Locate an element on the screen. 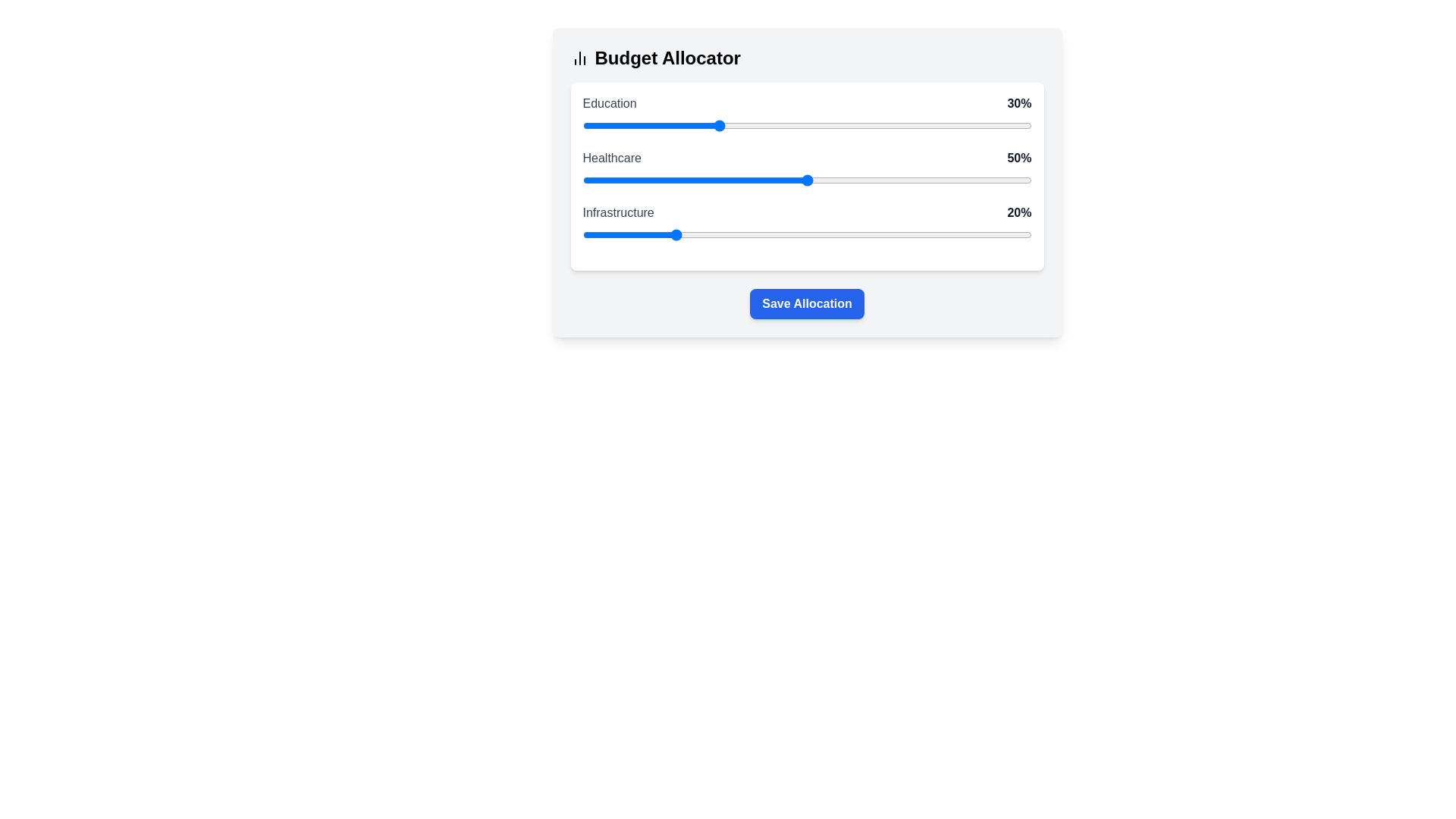 Image resolution: width=1456 pixels, height=819 pixels. healthcare allocation is located at coordinates (1013, 180).